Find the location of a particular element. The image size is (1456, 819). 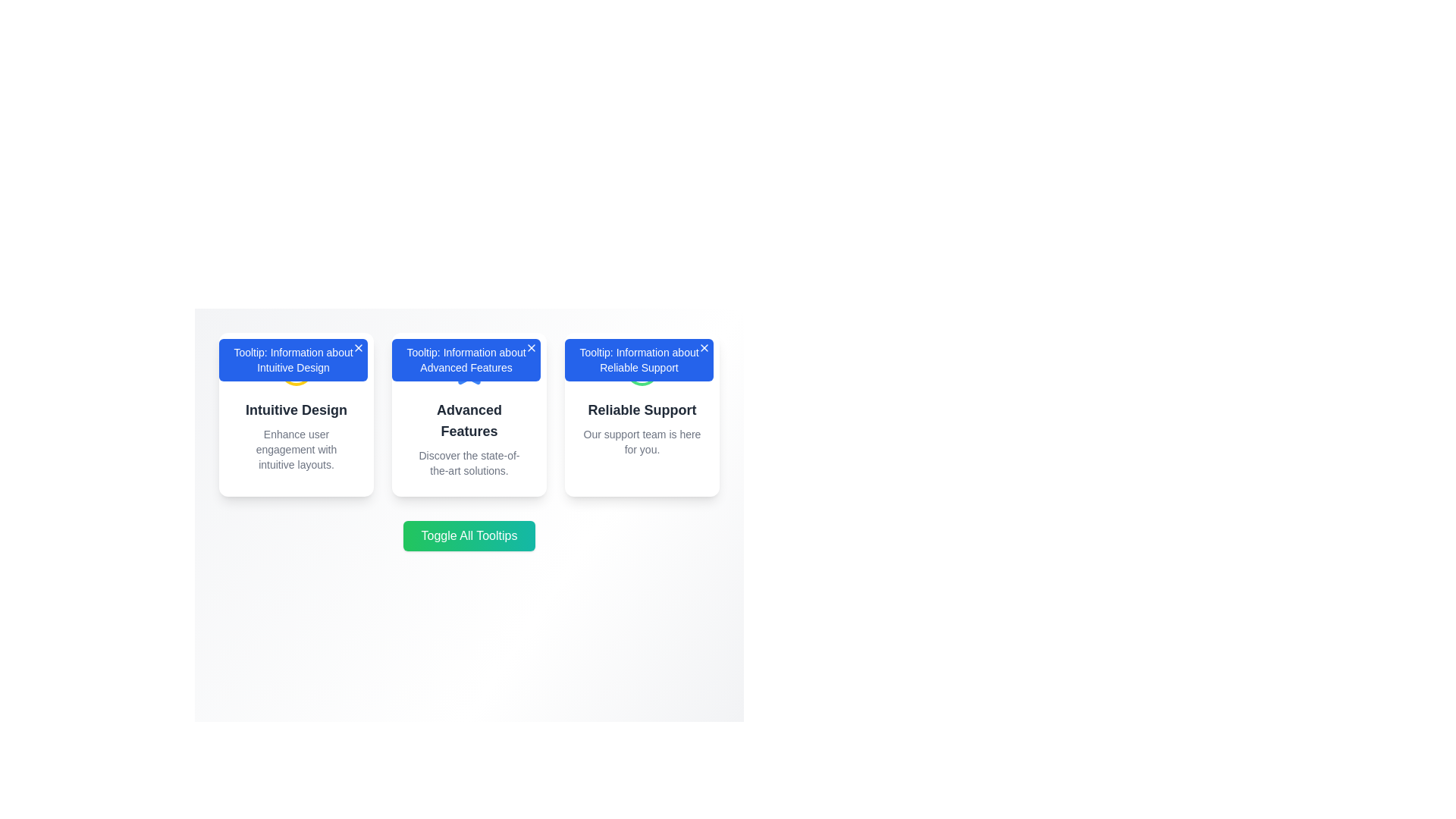

the Tooltip with text 'Tooltip: Information about Intuitive Design' which has a close button 'X' at the top-right corner is located at coordinates (293, 359).